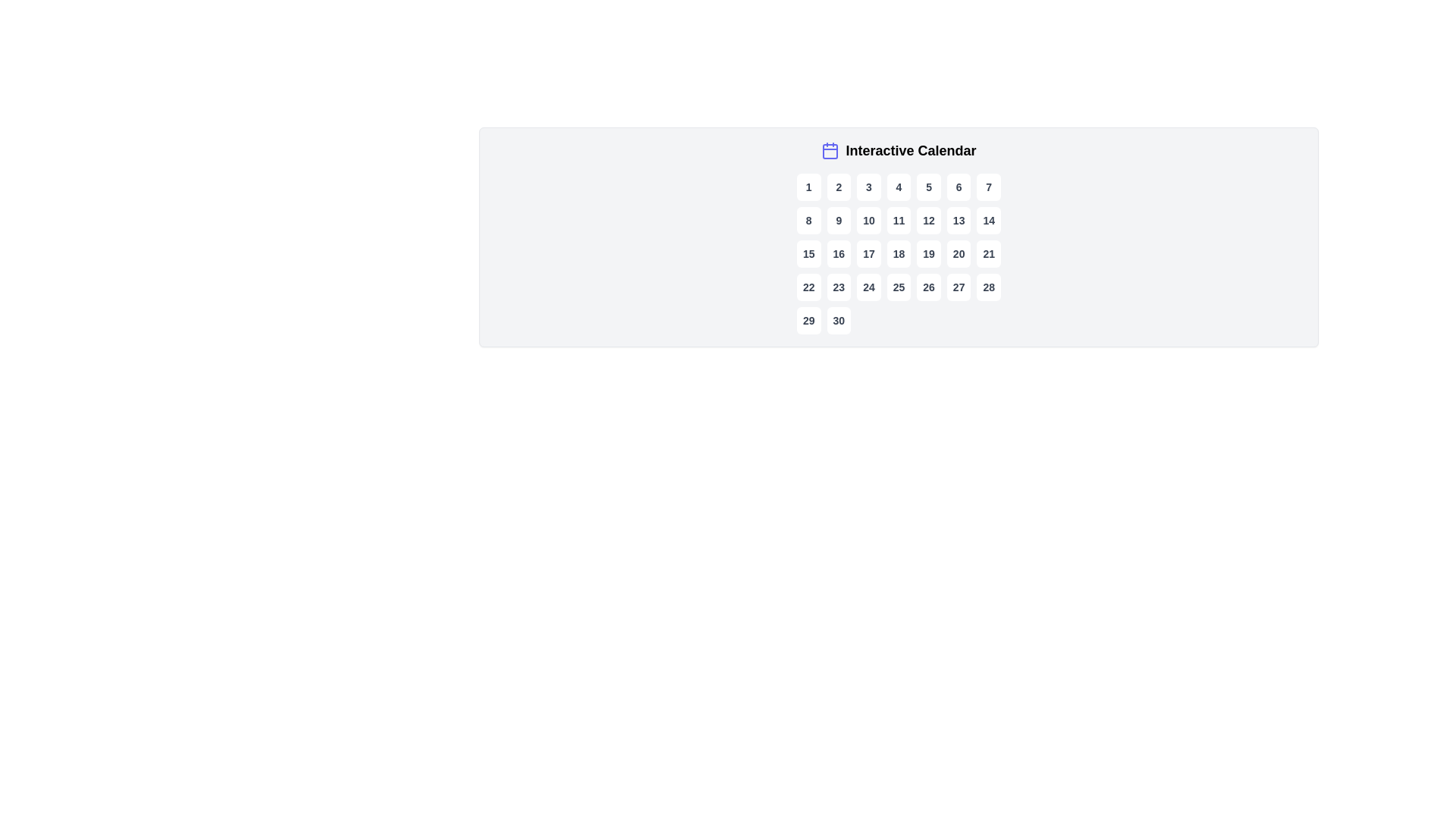  I want to click on the calendar date button located in the lower right corner of the grid layout, so click(989, 287).